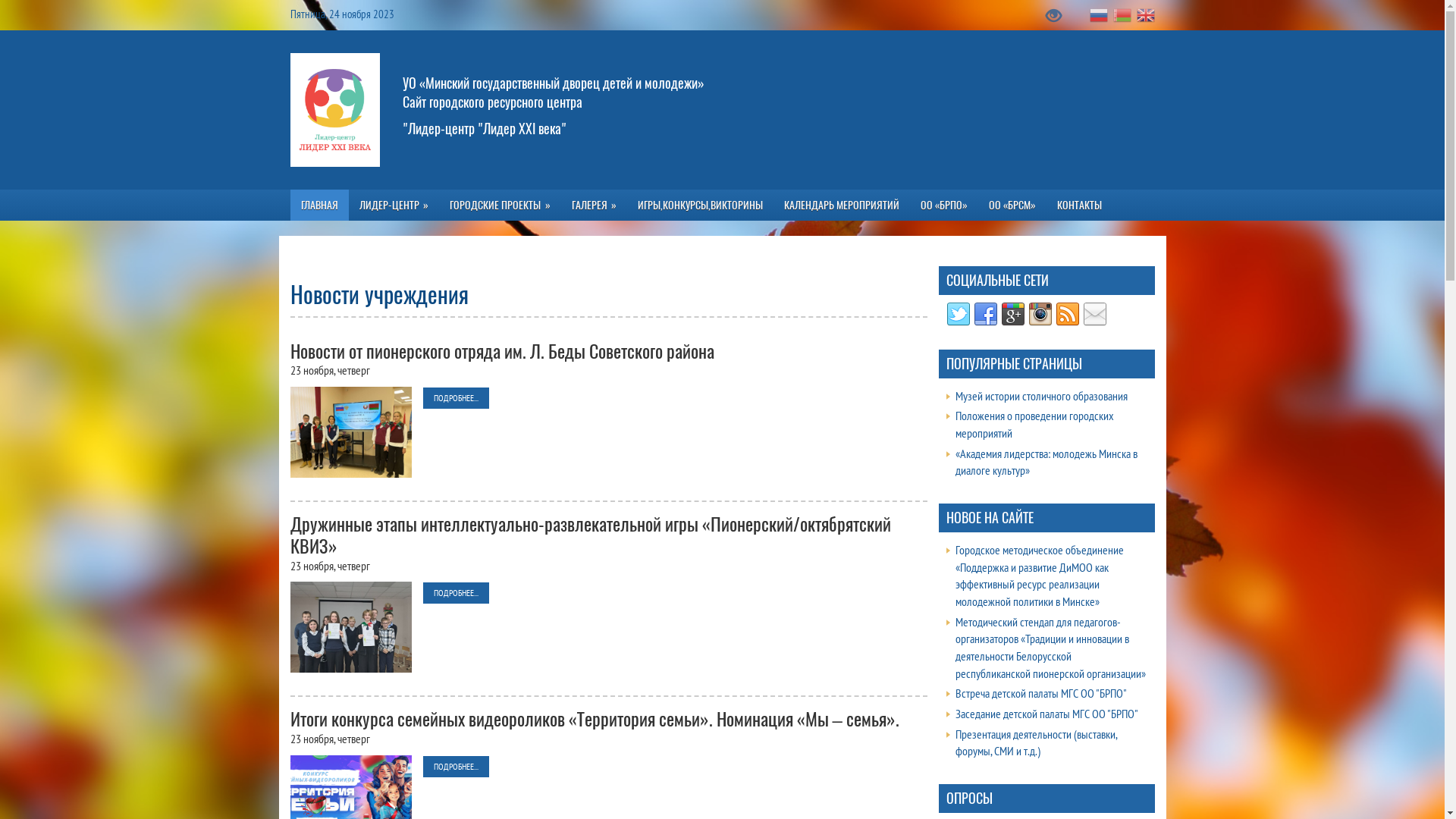  What do you see at coordinates (1040, 312) in the screenshot?
I see `'Instagram'` at bounding box center [1040, 312].